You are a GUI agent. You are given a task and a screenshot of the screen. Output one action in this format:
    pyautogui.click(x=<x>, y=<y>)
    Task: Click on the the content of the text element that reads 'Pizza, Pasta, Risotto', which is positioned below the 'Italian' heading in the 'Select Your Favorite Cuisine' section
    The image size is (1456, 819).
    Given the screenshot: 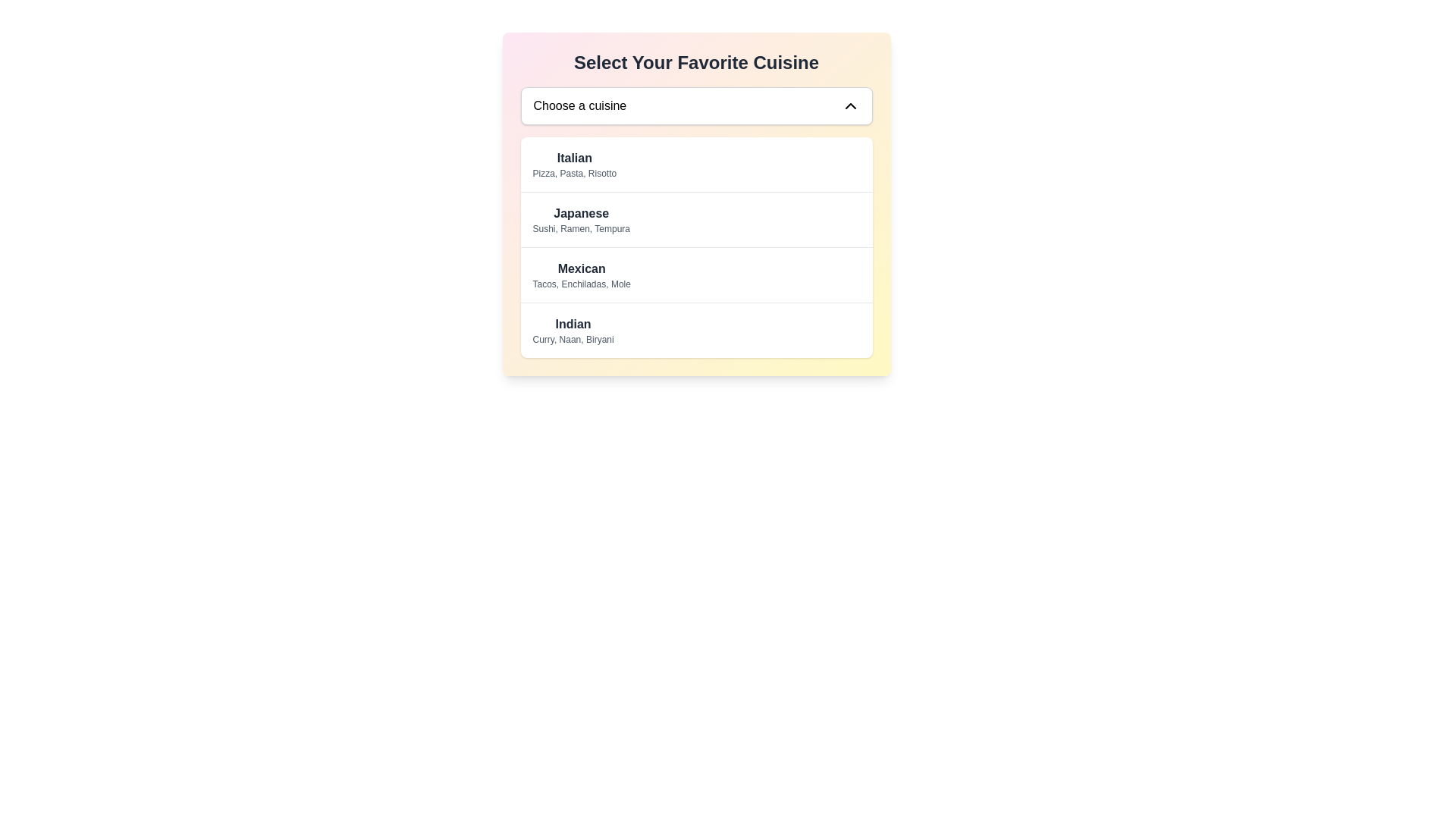 What is the action you would take?
    pyautogui.click(x=573, y=172)
    